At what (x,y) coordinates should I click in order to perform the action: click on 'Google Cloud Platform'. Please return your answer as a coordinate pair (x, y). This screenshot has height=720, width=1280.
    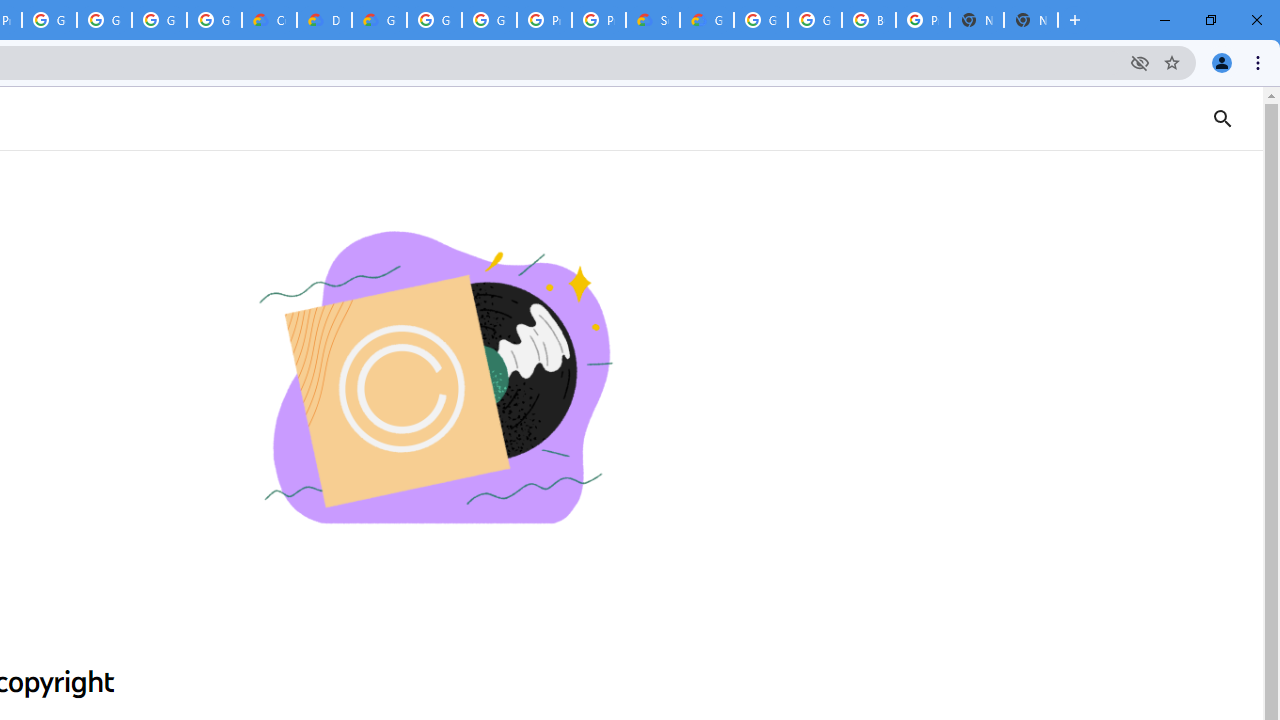
    Looking at the image, I should click on (815, 20).